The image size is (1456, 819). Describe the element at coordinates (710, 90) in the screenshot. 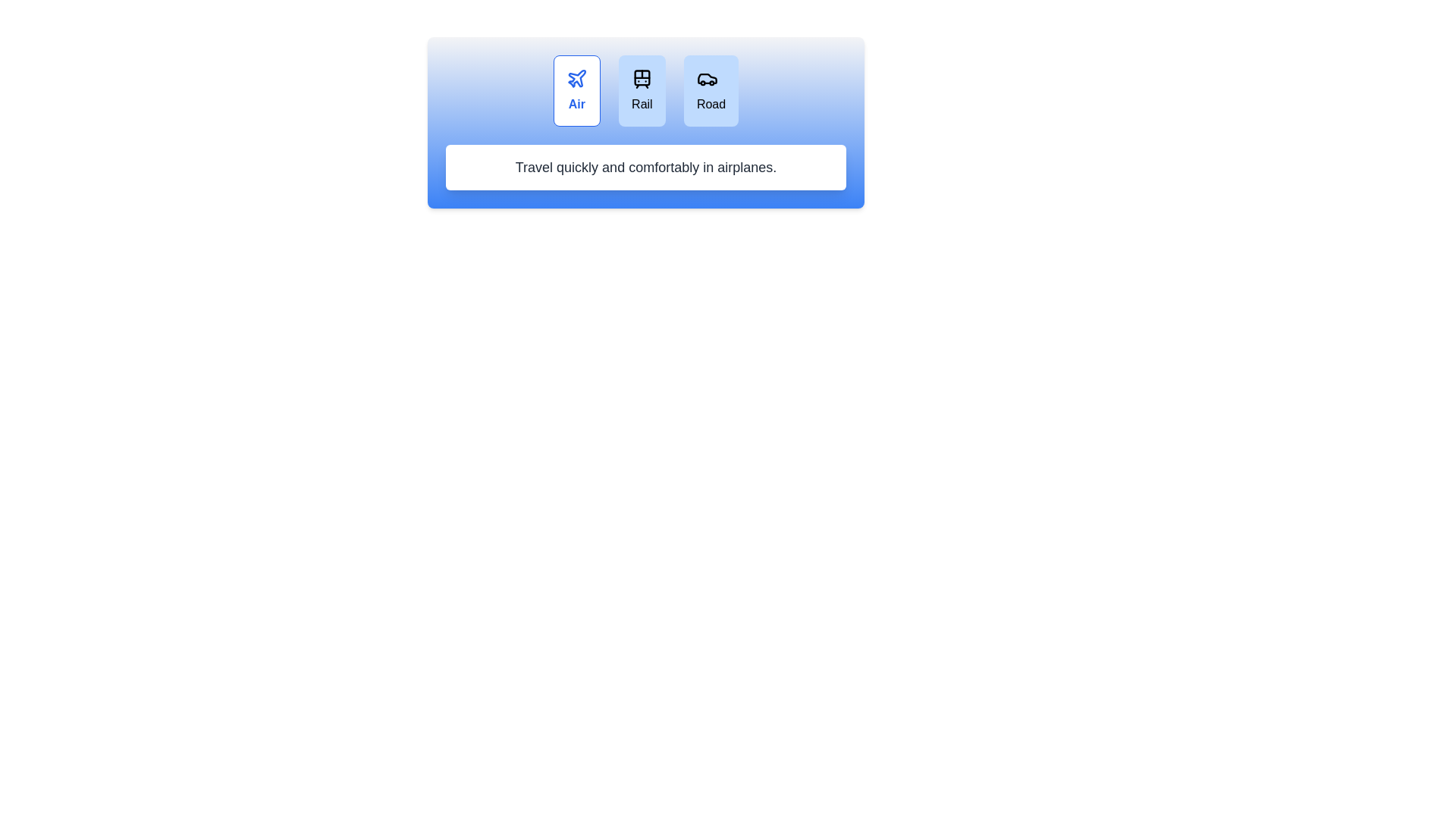

I see `the travel mode Road by clicking the respective button` at that location.